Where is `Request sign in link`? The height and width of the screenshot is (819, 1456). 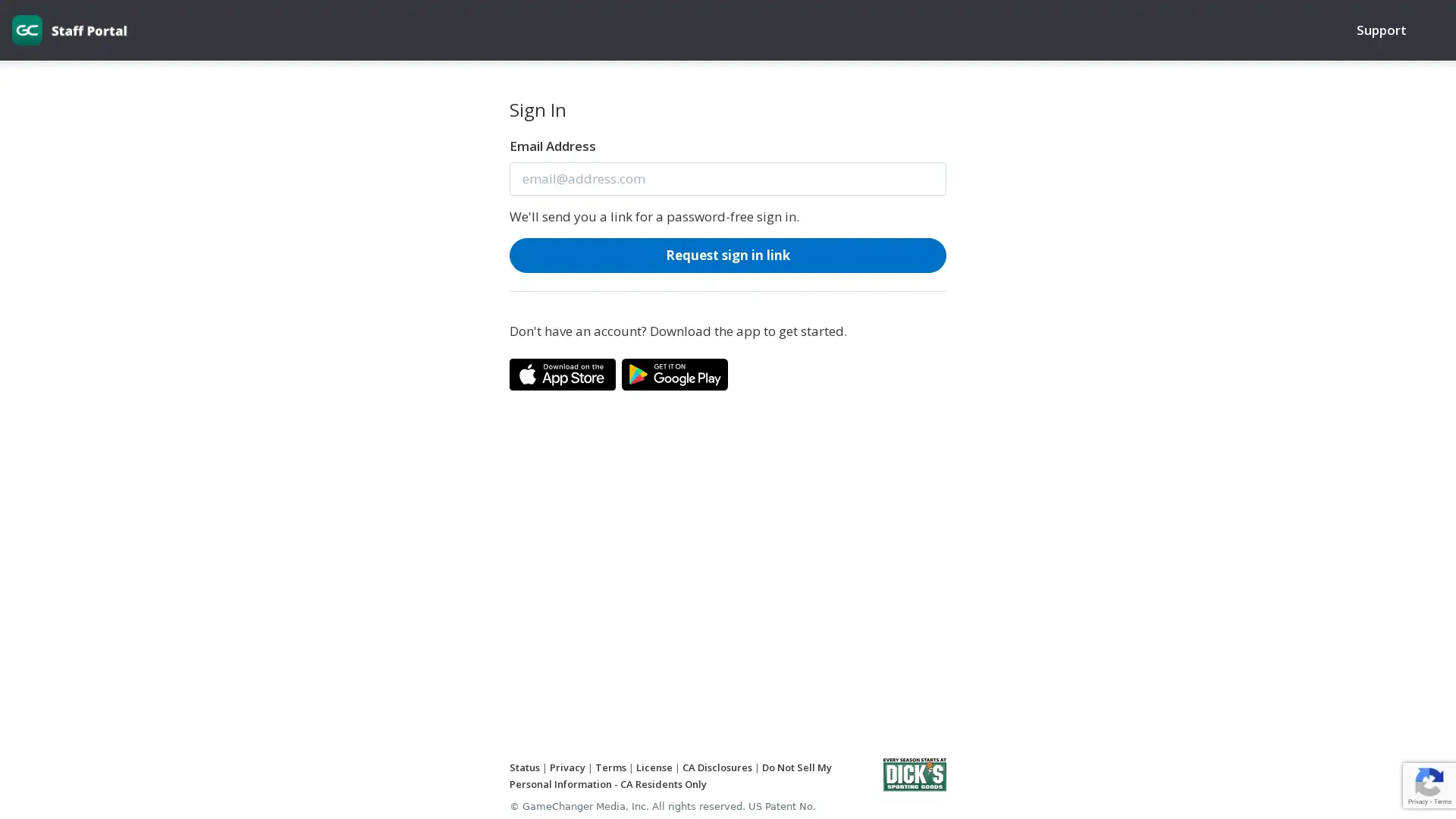
Request sign in link is located at coordinates (728, 253).